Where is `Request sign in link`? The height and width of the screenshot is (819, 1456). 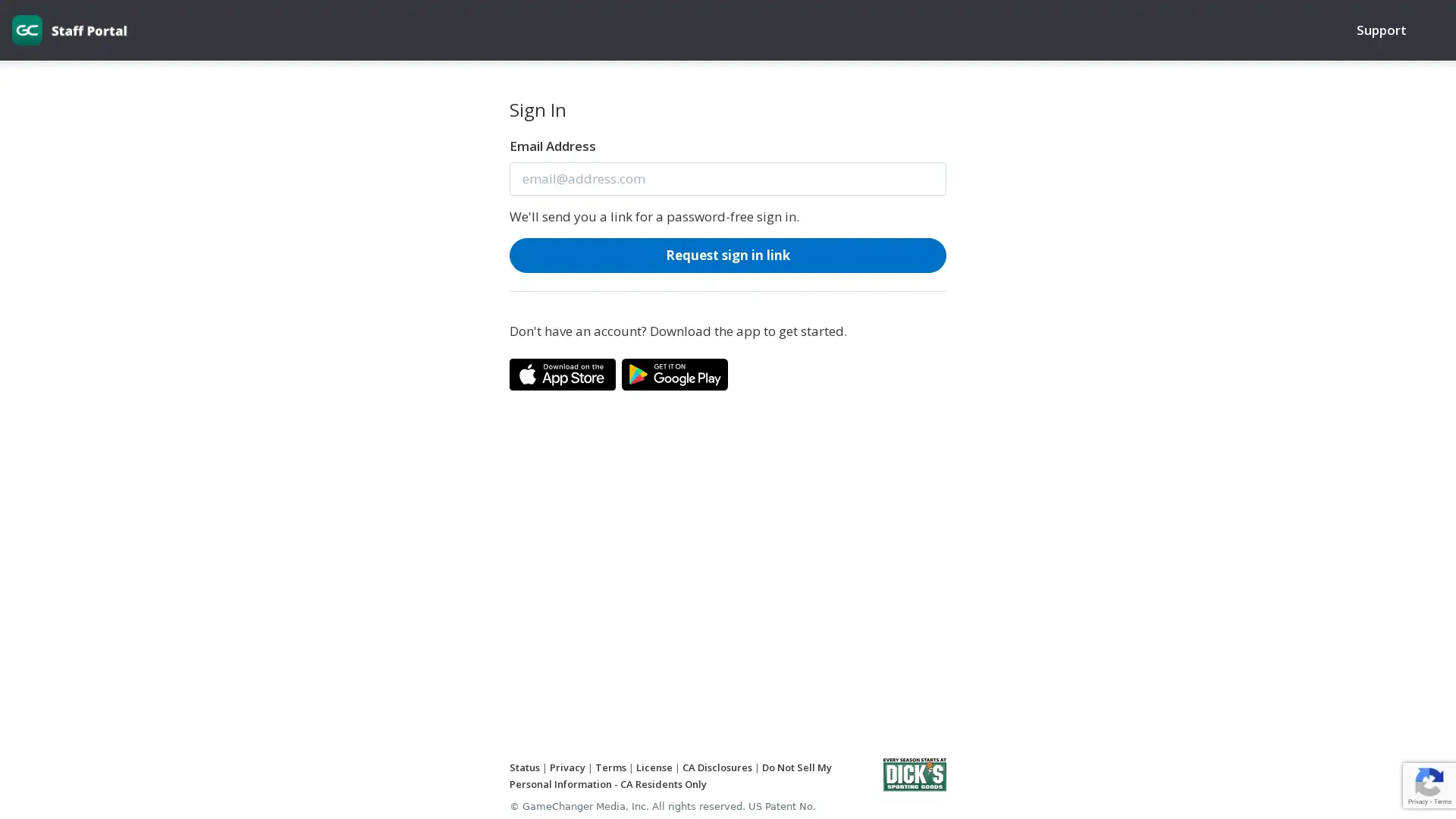
Request sign in link is located at coordinates (728, 253).